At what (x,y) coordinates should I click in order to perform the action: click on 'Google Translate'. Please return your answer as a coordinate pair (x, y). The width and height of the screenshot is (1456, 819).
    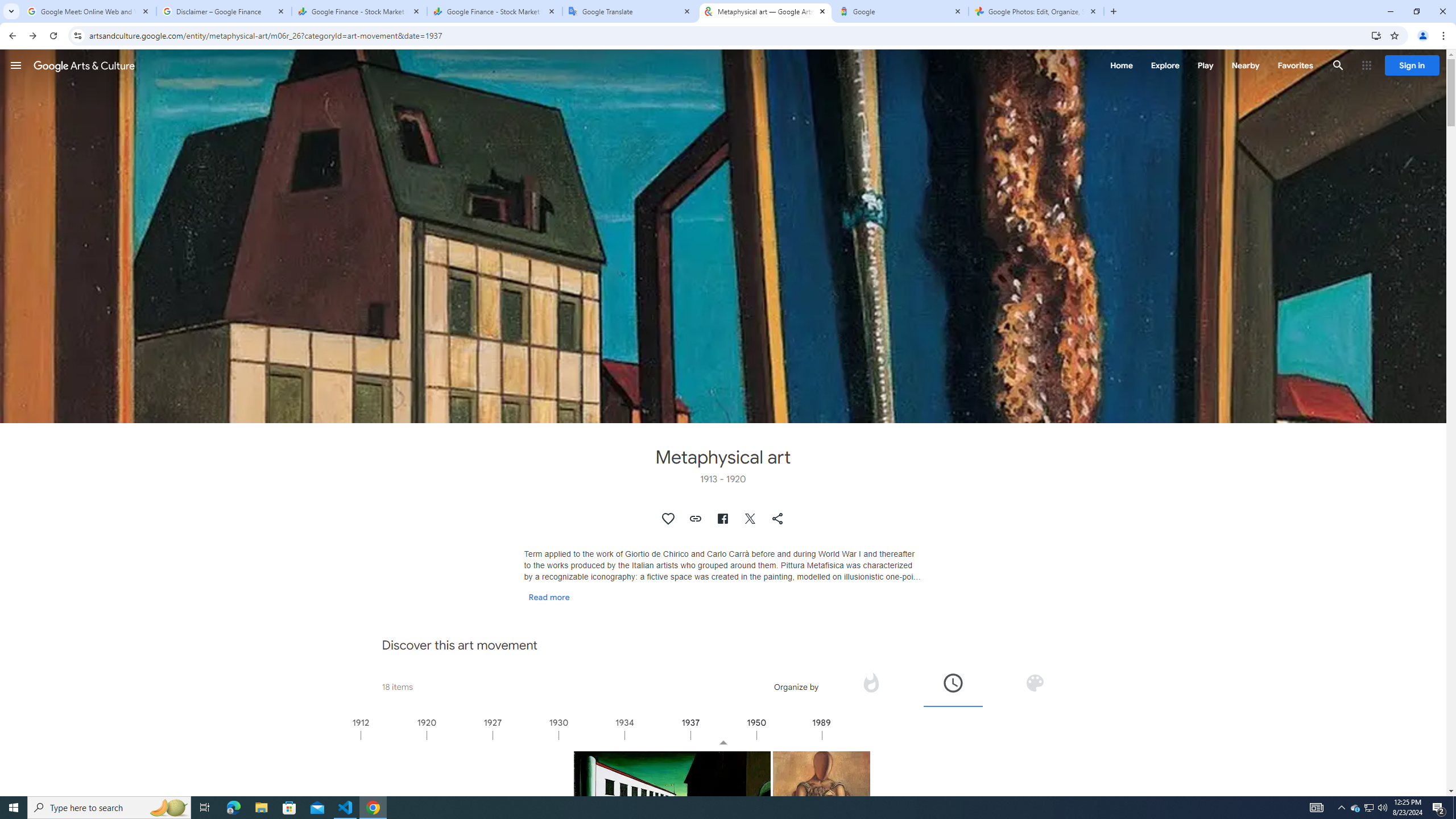
    Looking at the image, I should click on (630, 11).